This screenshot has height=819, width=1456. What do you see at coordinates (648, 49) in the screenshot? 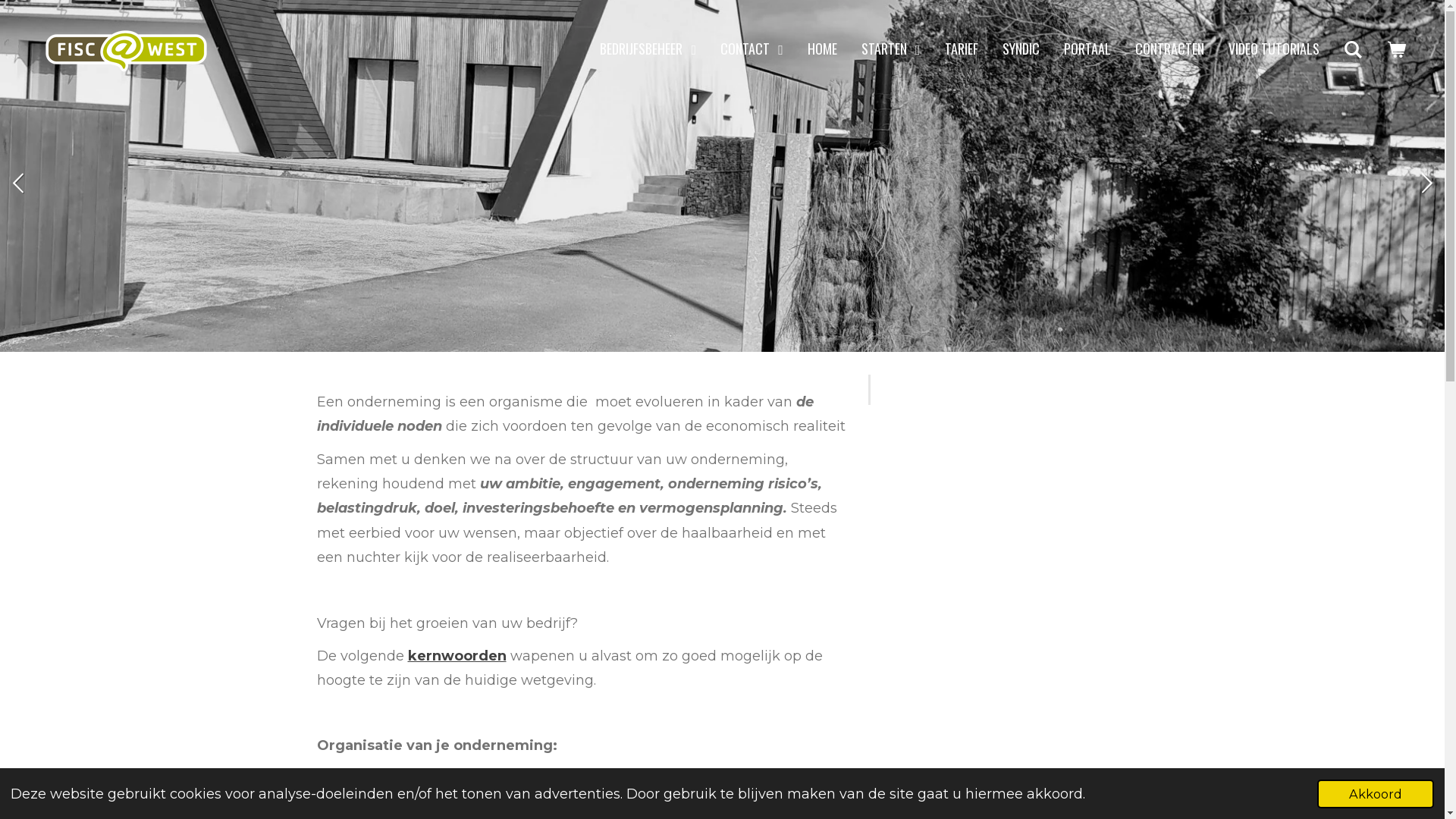
I see `'BEDRIJFSBEHEER'` at bounding box center [648, 49].